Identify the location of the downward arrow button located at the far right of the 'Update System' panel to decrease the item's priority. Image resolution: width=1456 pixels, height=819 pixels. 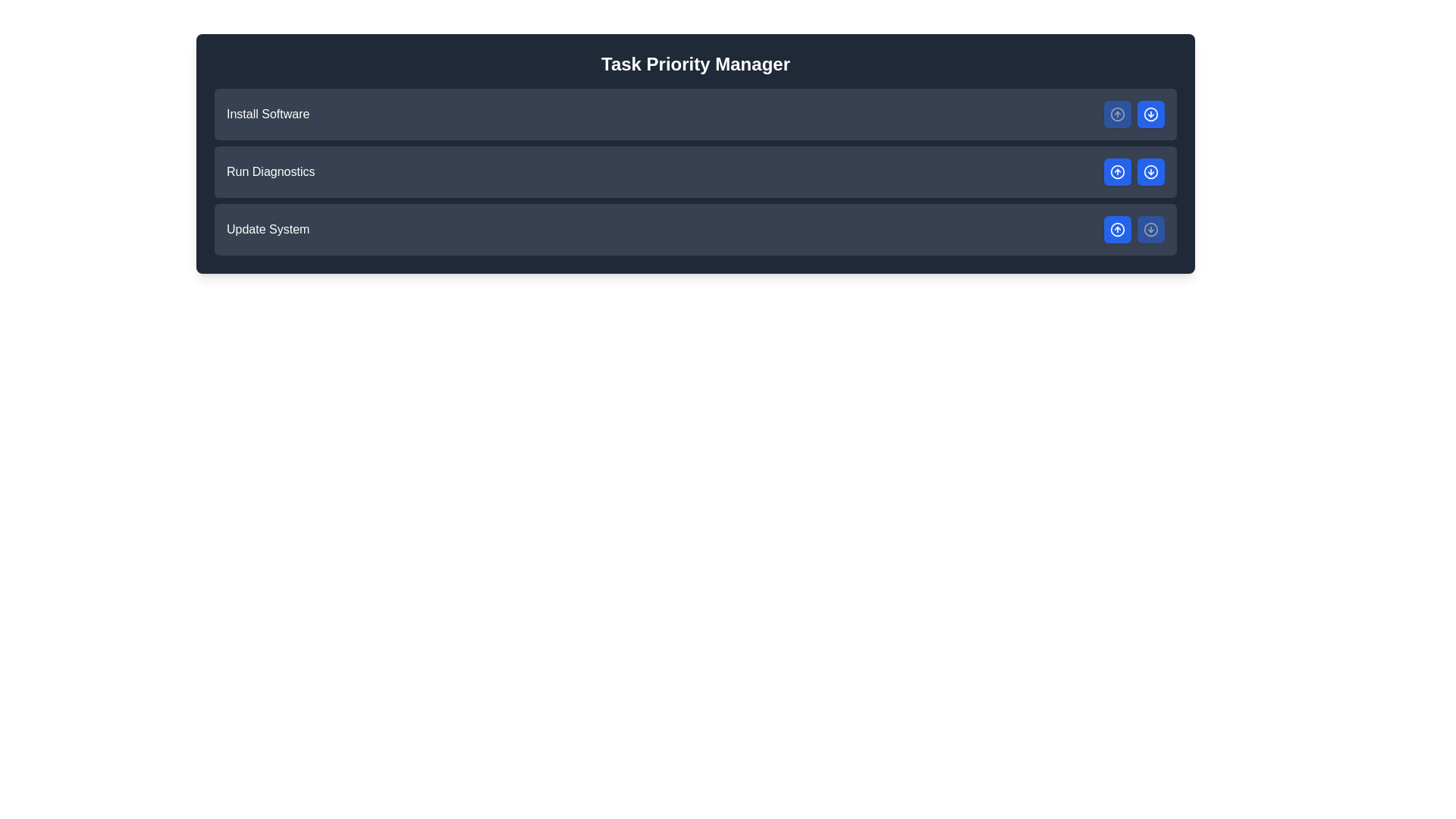
(1134, 230).